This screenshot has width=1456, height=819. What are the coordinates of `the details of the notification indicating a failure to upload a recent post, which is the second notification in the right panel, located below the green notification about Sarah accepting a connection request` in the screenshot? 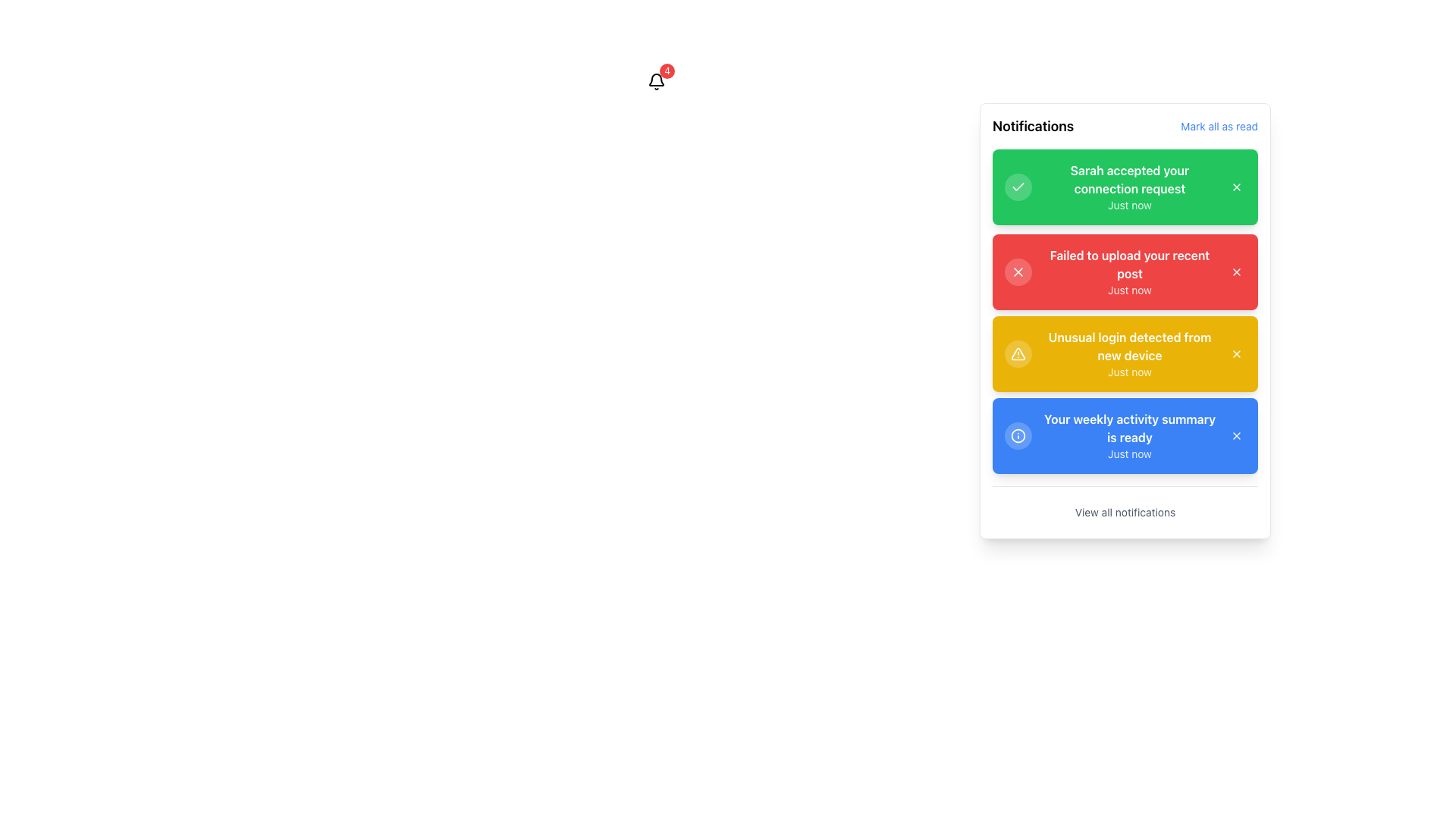 It's located at (1129, 271).